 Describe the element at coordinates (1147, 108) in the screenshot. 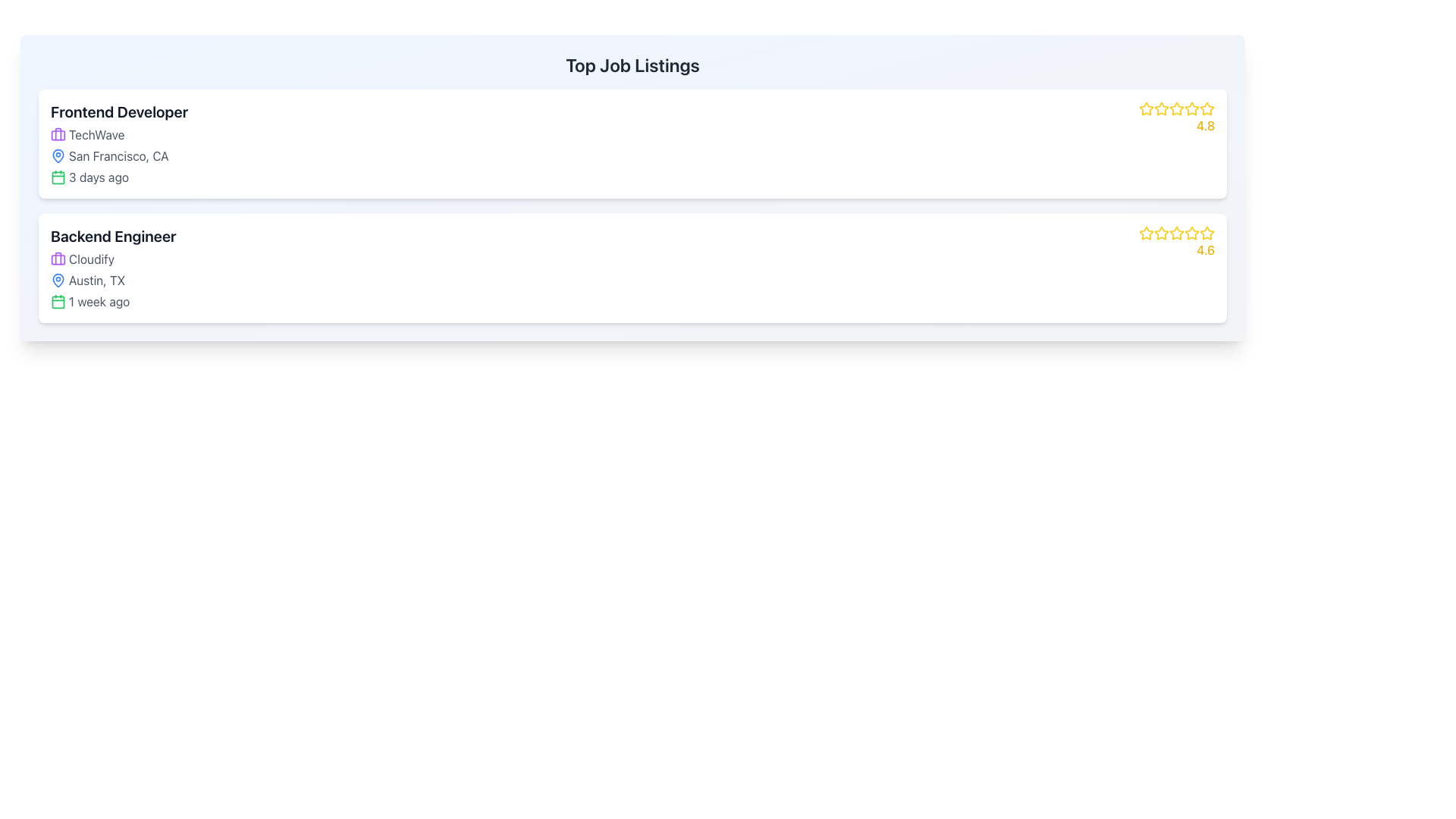

I see `the first star icon of the rating system for the job listing 'Frontend Developer', located at the top right corner of the card` at that location.